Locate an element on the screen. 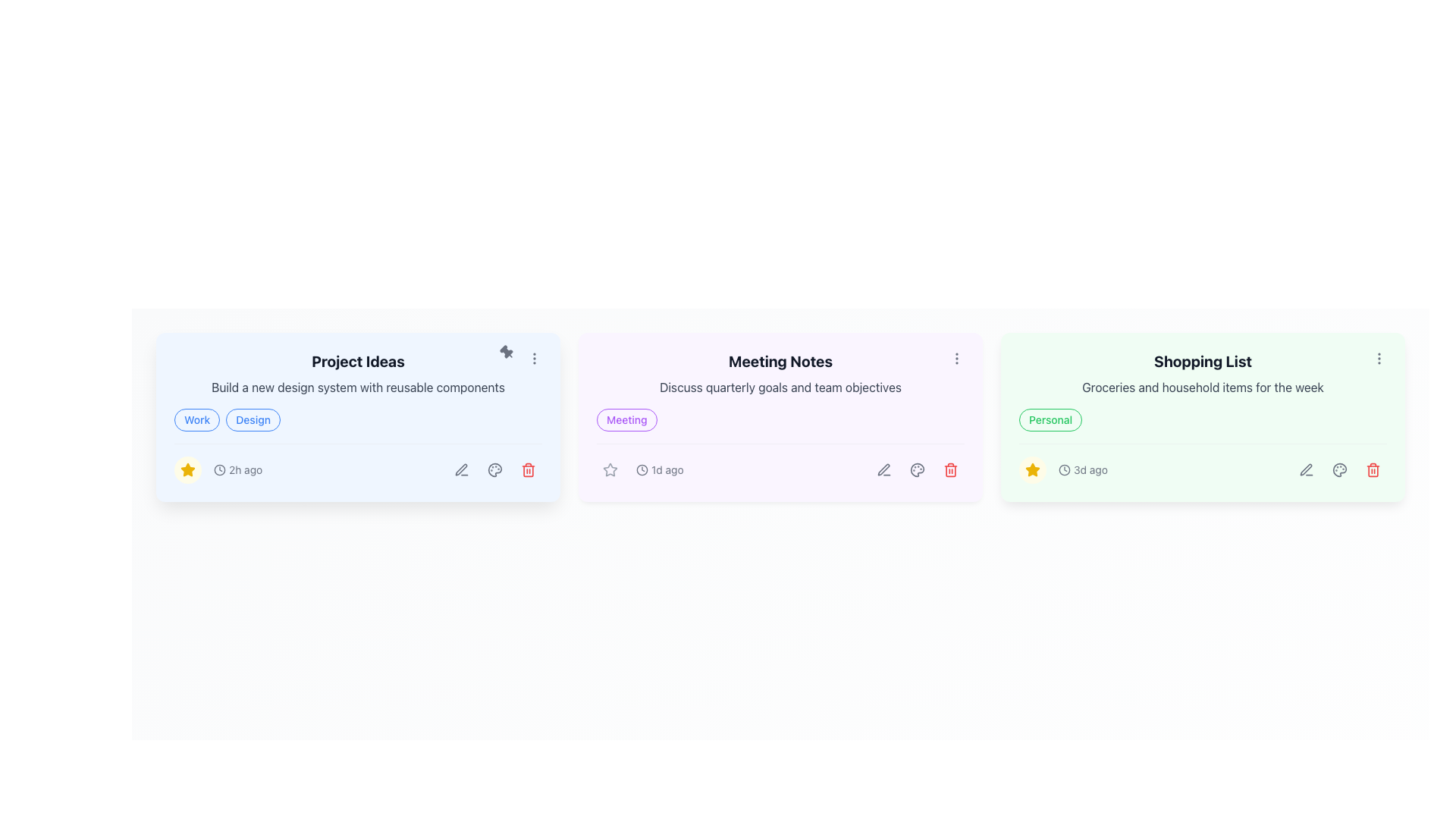 This screenshot has height=819, width=1456. the text '1d ago' accompanied by a clock icon, located at the bottom-left of the 'Meeting Notes' card is located at coordinates (660, 469).